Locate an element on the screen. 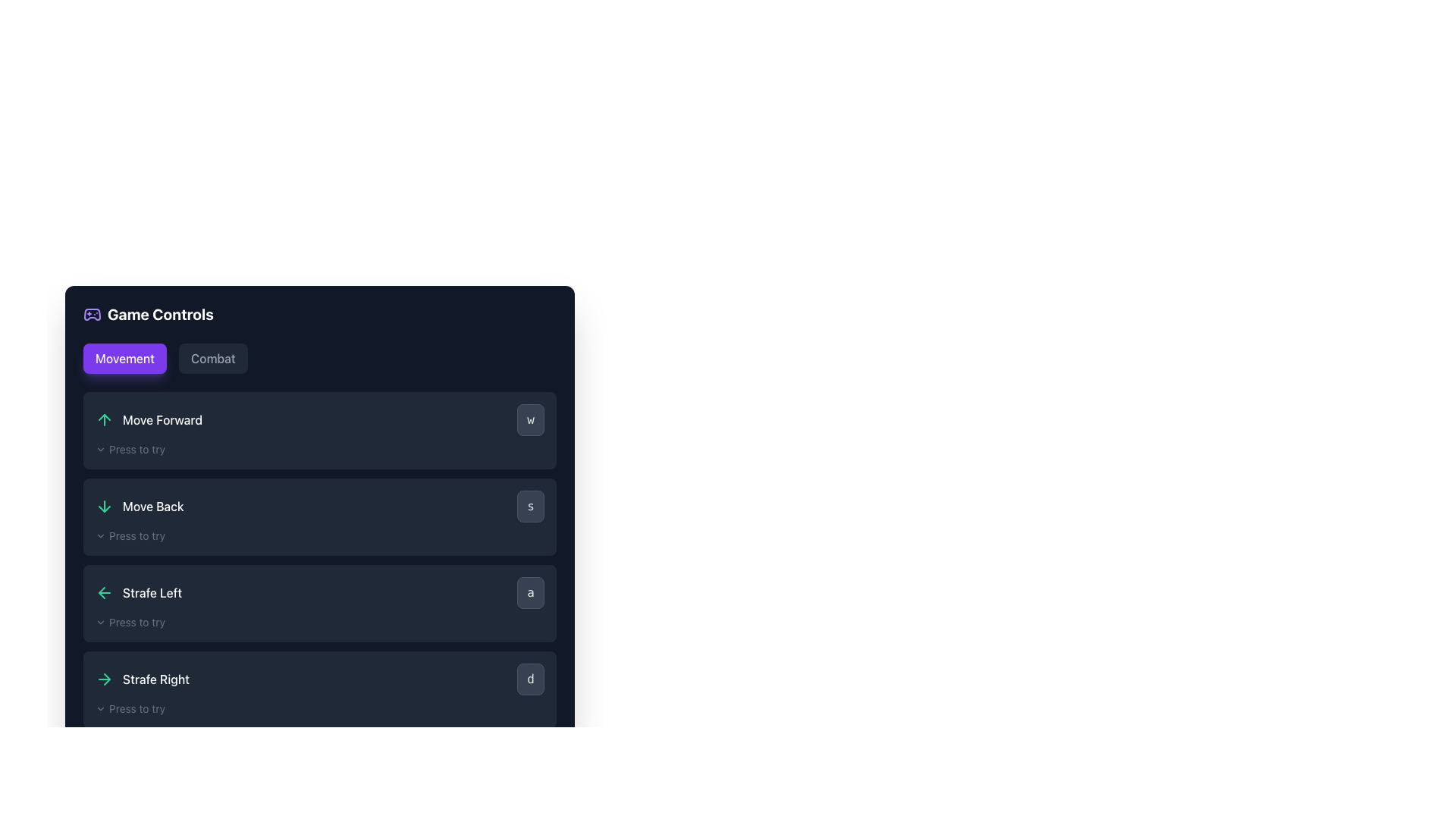 The image size is (1456, 819). the 'Combat' button, which is a rectangular button with light gray text on a dark gray background, located to the right of the 'Movement' button under the 'Game Controls' title is located at coordinates (212, 359).